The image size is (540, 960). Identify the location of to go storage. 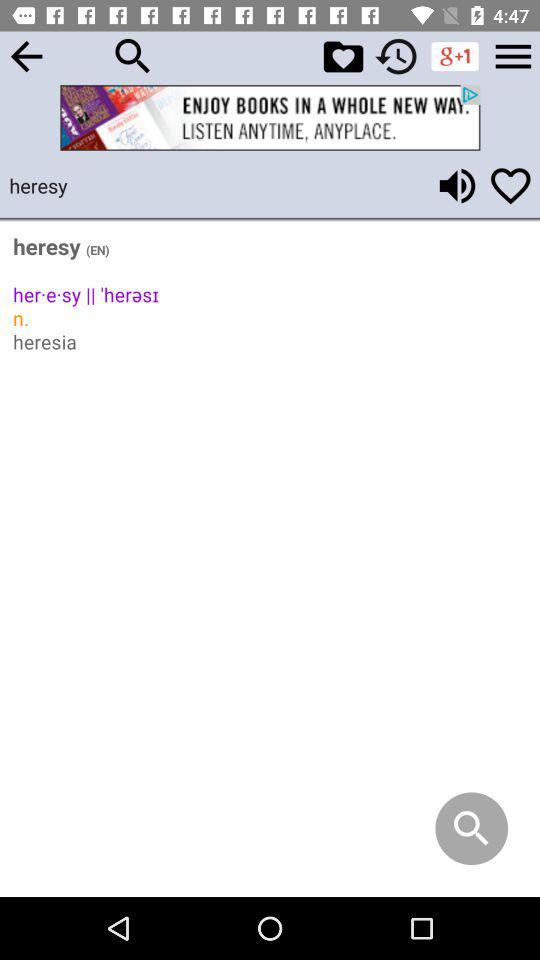
(513, 55).